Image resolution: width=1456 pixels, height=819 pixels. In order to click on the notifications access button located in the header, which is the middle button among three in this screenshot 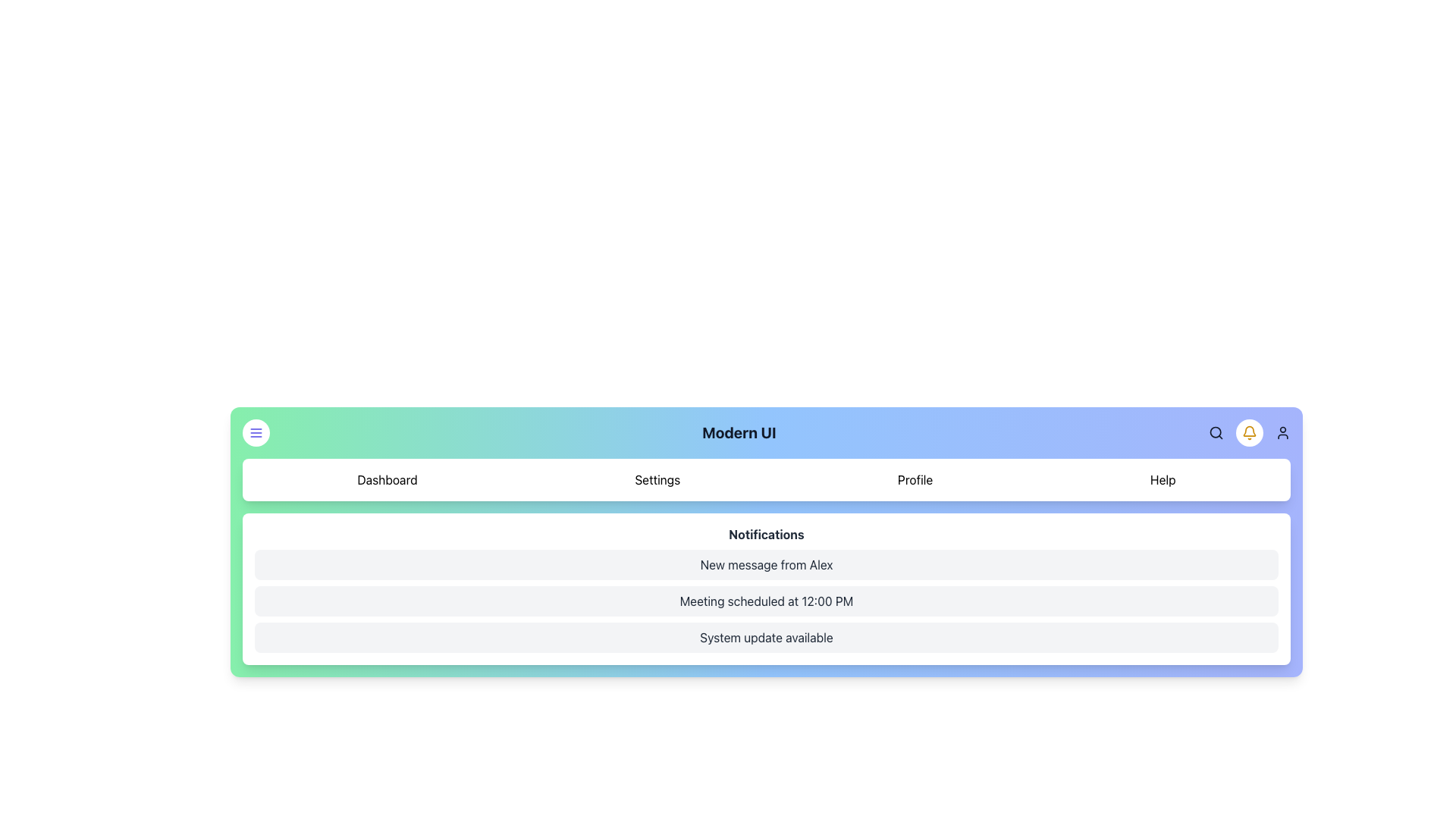, I will do `click(1249, 432)`.